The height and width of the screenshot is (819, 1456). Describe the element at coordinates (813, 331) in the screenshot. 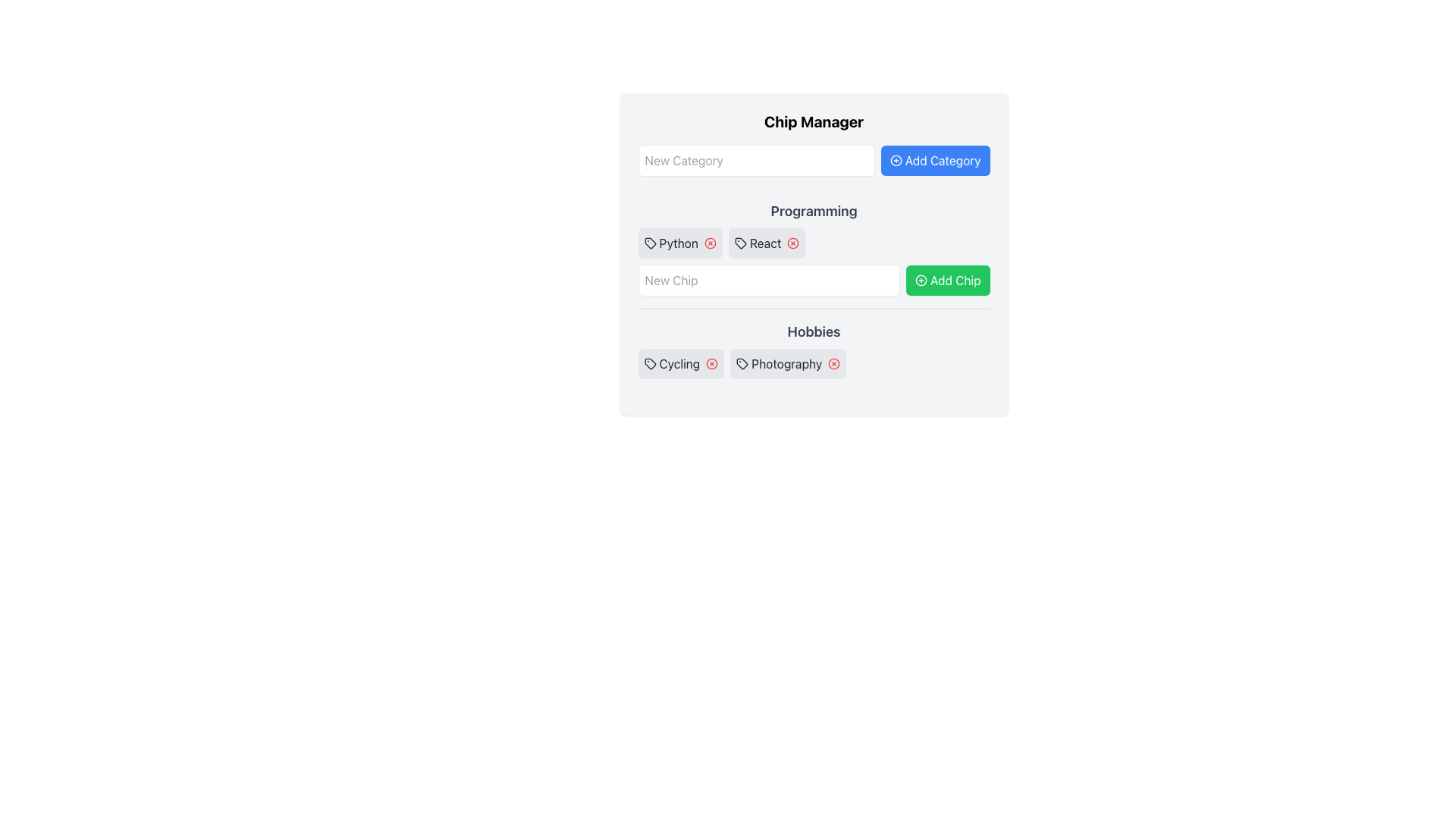

I see `the text label indicating the section header for hobbies, which is positioned above the chips labeled 'Cycling' and 'Photography.'` at that location.